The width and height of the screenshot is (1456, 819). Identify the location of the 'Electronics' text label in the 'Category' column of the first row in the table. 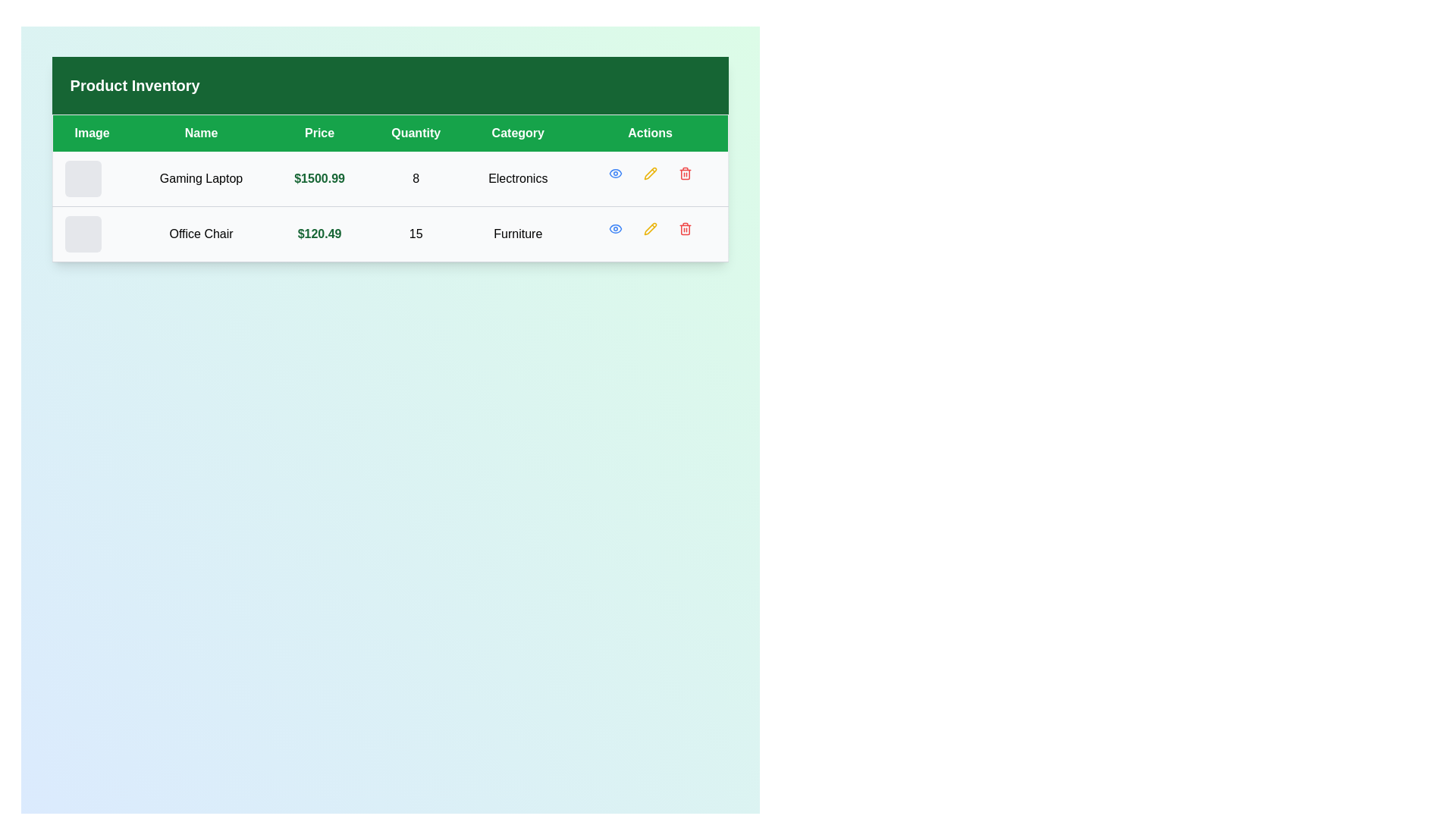
(518, 178).